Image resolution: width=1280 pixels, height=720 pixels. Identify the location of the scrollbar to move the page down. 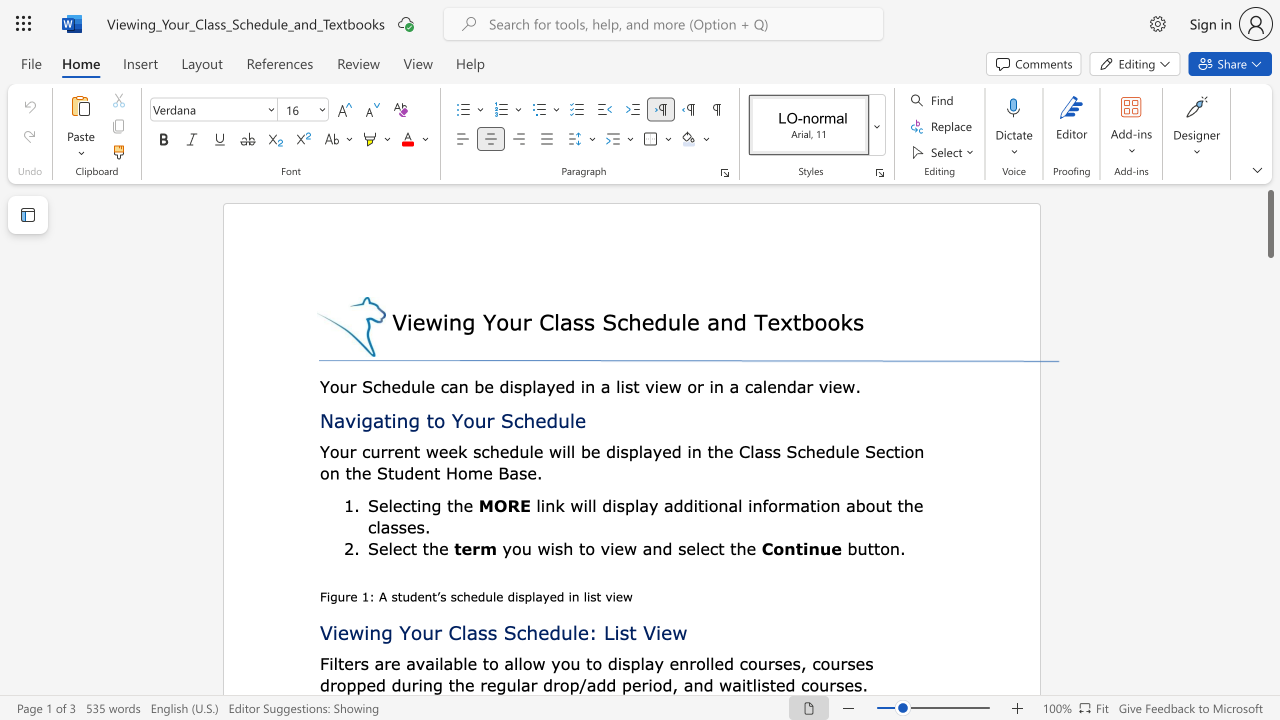
(1269, 678).